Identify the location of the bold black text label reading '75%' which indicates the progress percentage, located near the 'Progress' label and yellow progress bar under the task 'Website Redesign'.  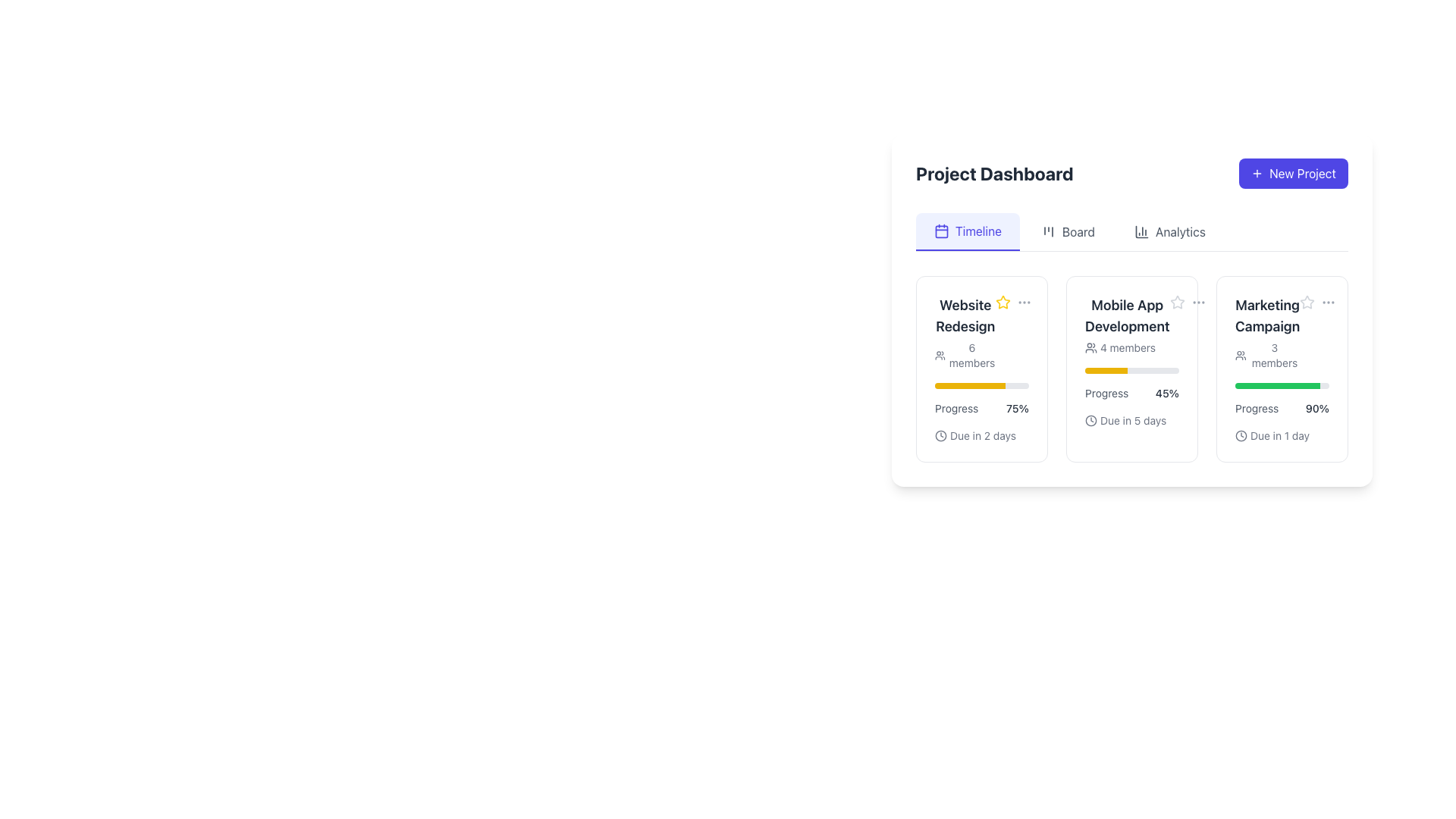
(1018, 408).